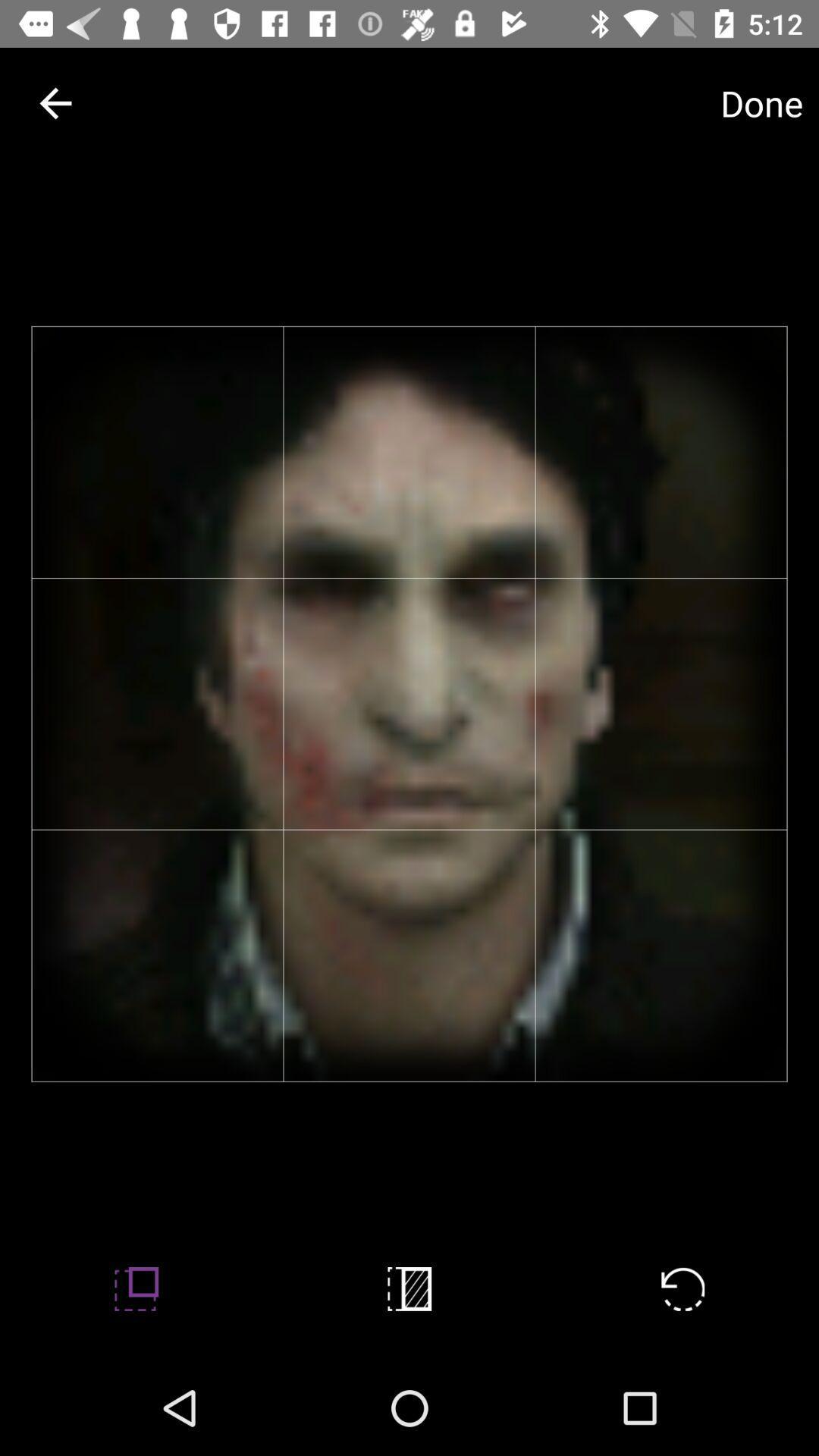  What do you see at coordinates (136, 1288) in the screenshot?
I see `resize` at bounding box center [136, 1288].